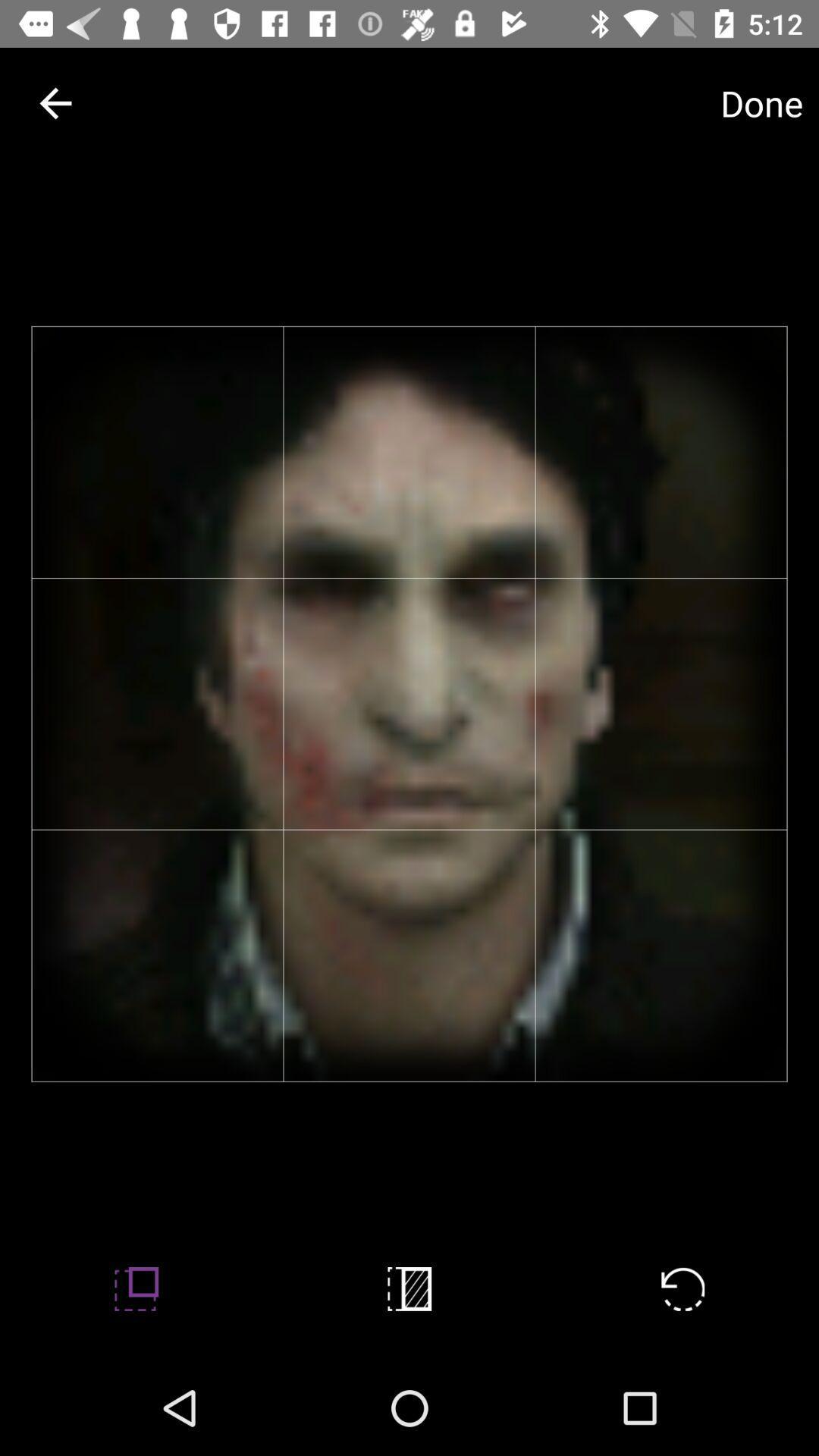  What do you see at coordinates (136, 1288) in the screenshot?
I see `resize` at bounding box center [136, 1288].